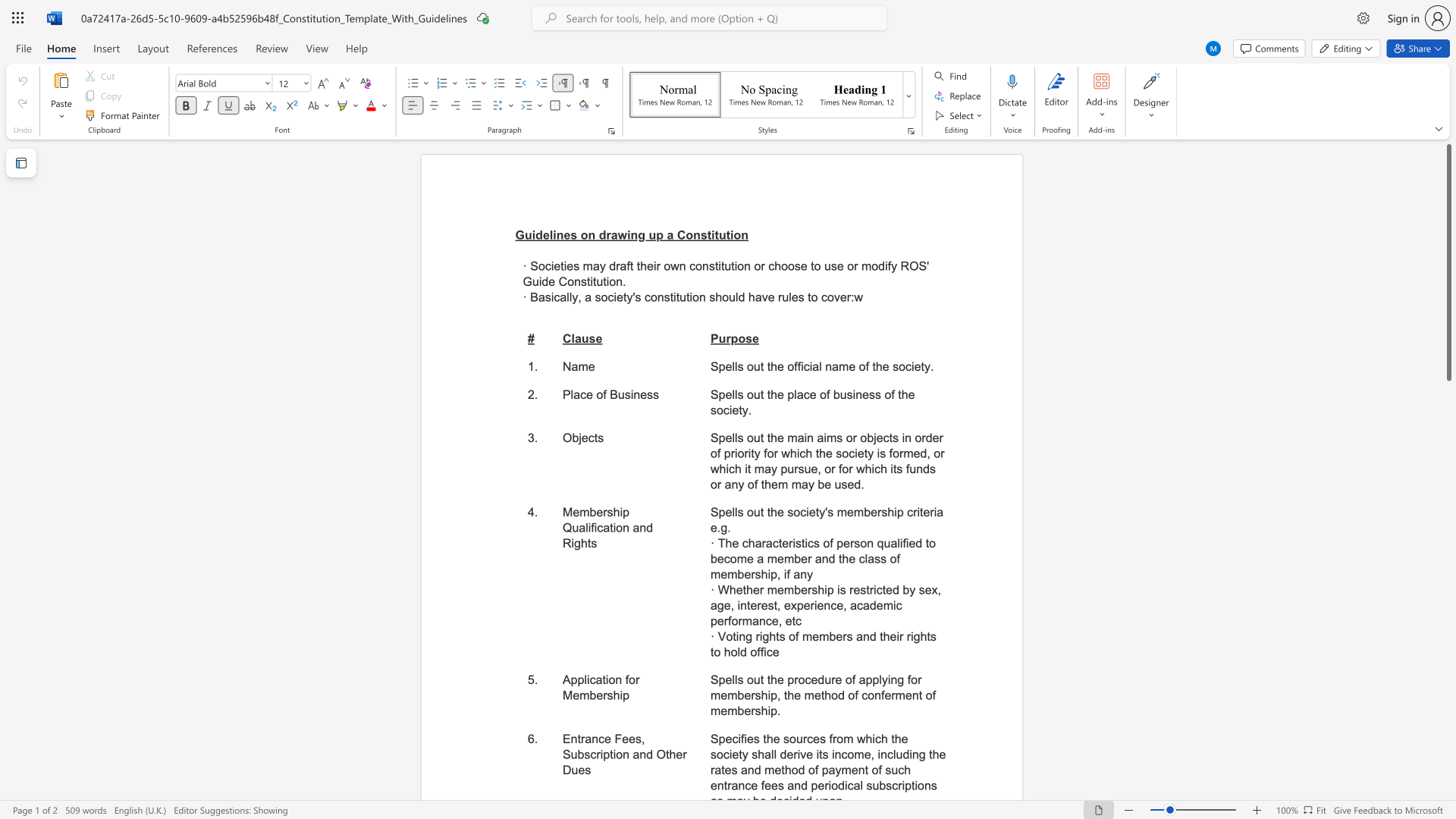 This screenshot has width=1456, height=819. Describe the element at coordinates (1448, 439) in the screenshot. I see `the side scrollbar to bring the page down` at that location.